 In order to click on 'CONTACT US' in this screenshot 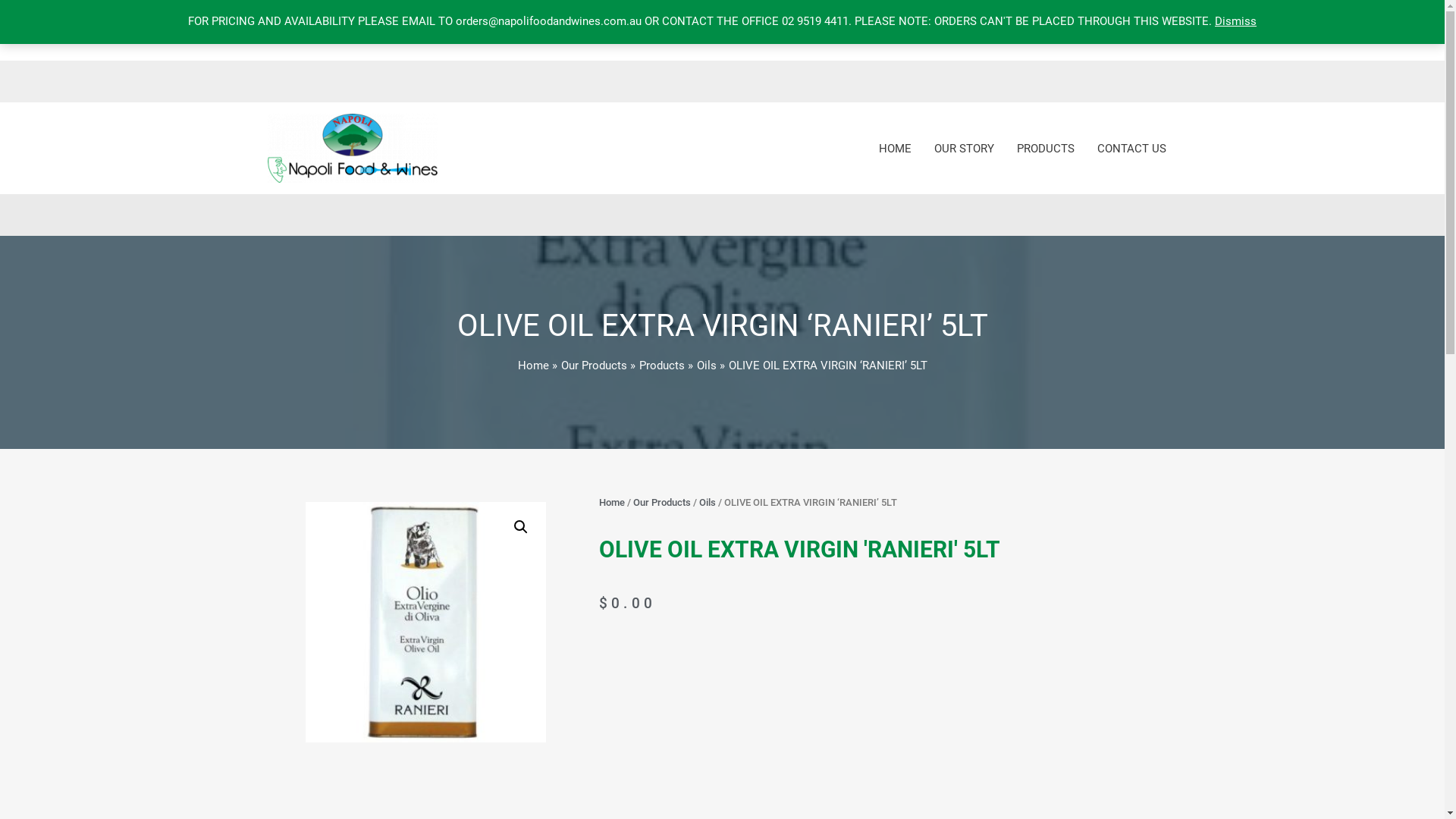, I will do `click(1131, 148)`.